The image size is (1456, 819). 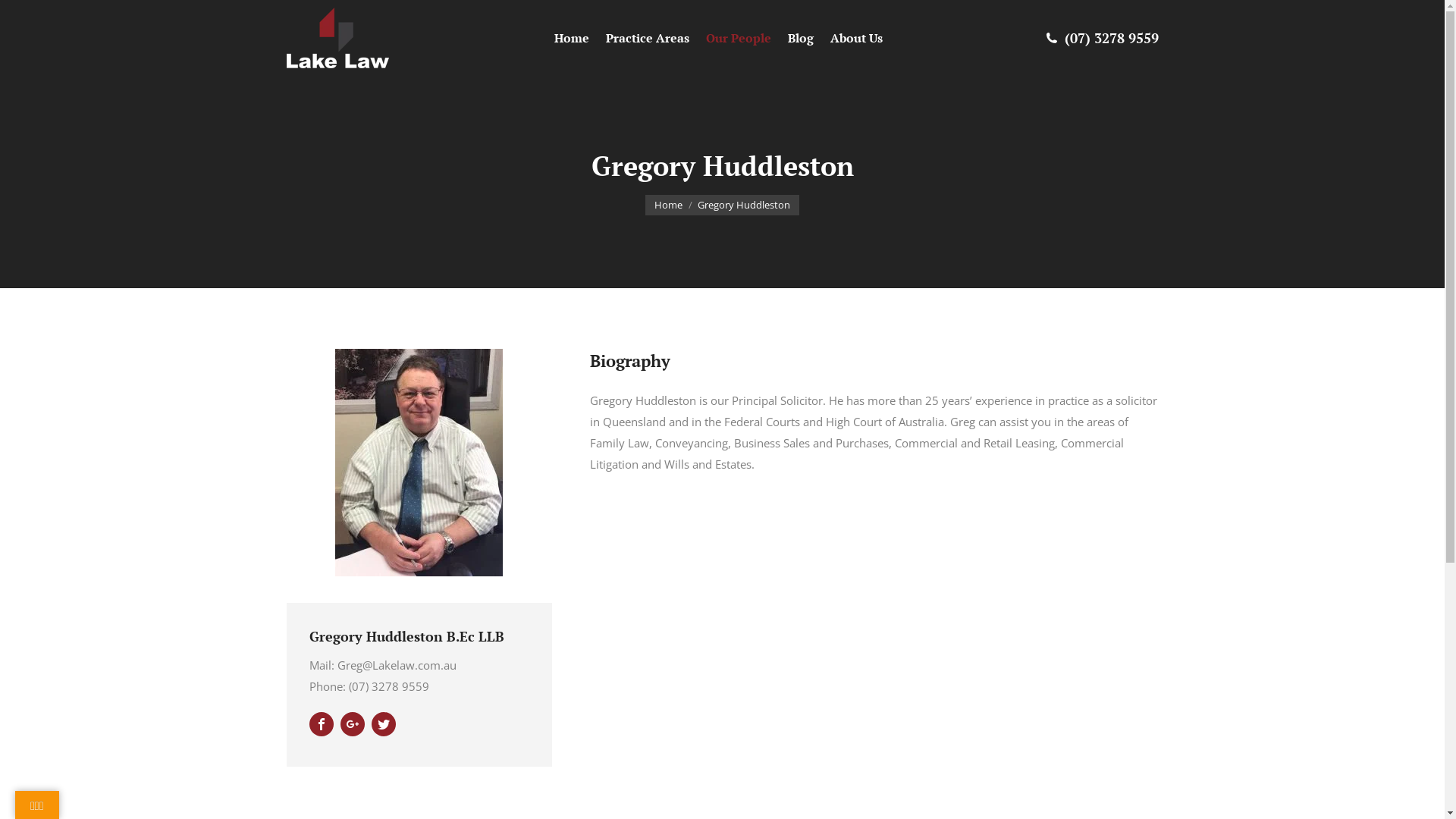 What do you see at coordinates (801, 37) in the screenshot?
I see `'Blog'` at bounding box center [801, 37].